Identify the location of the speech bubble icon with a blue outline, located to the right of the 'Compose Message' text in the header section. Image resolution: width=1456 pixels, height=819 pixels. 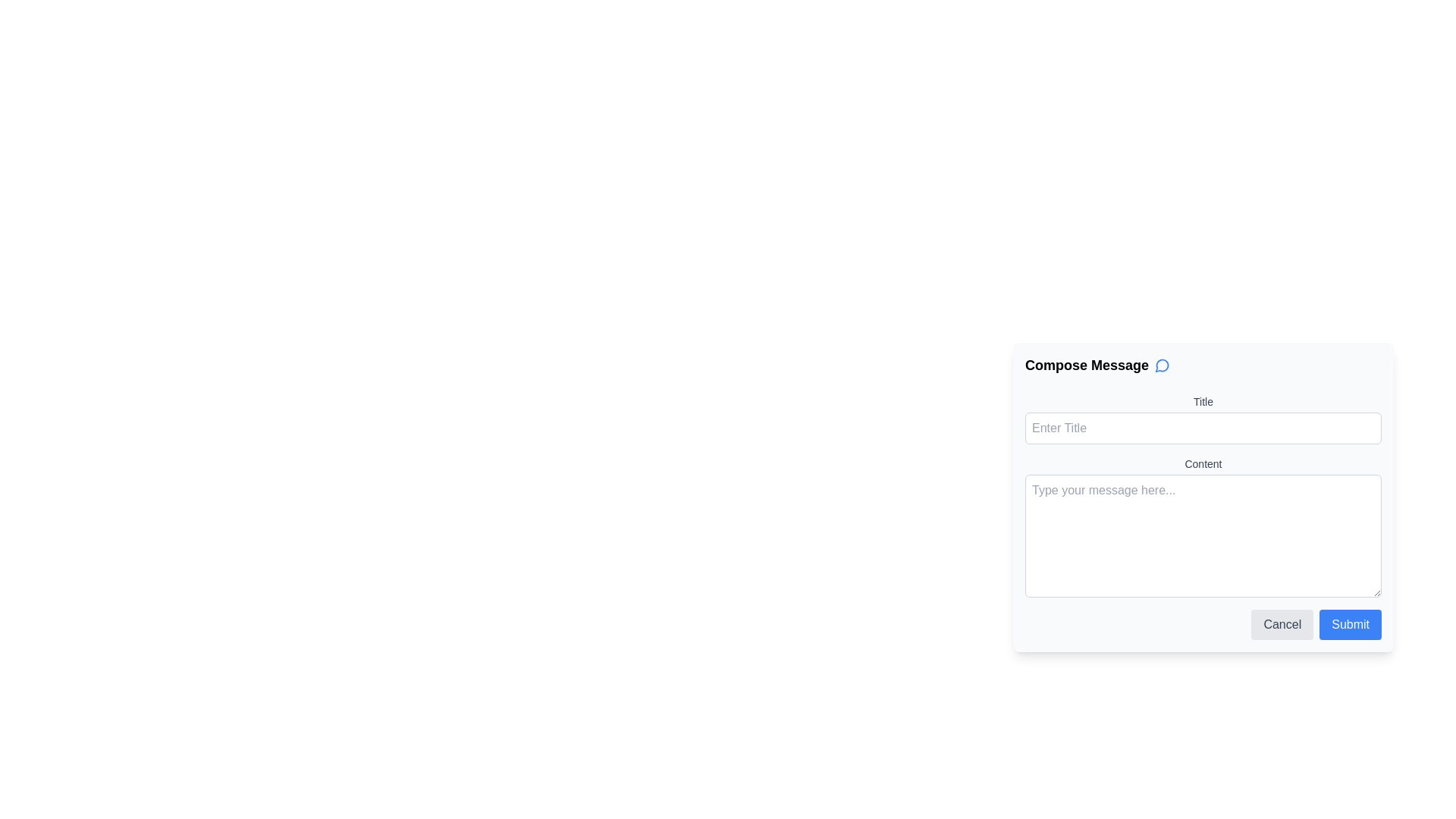
(1162, 366).